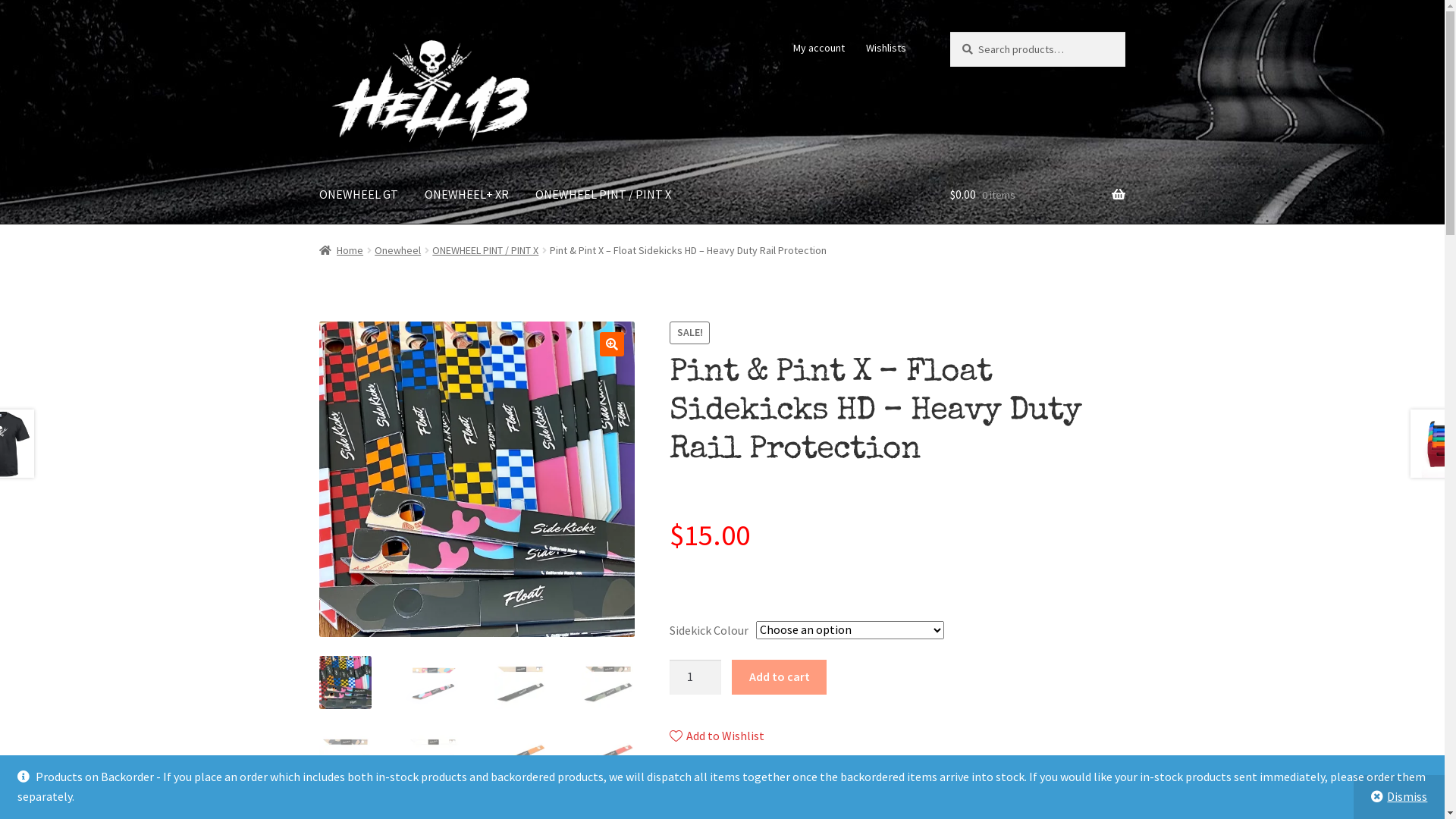  Describe the element at coordinates (397, 249) in the screenshot. I see `'Onewheel'` at that location.